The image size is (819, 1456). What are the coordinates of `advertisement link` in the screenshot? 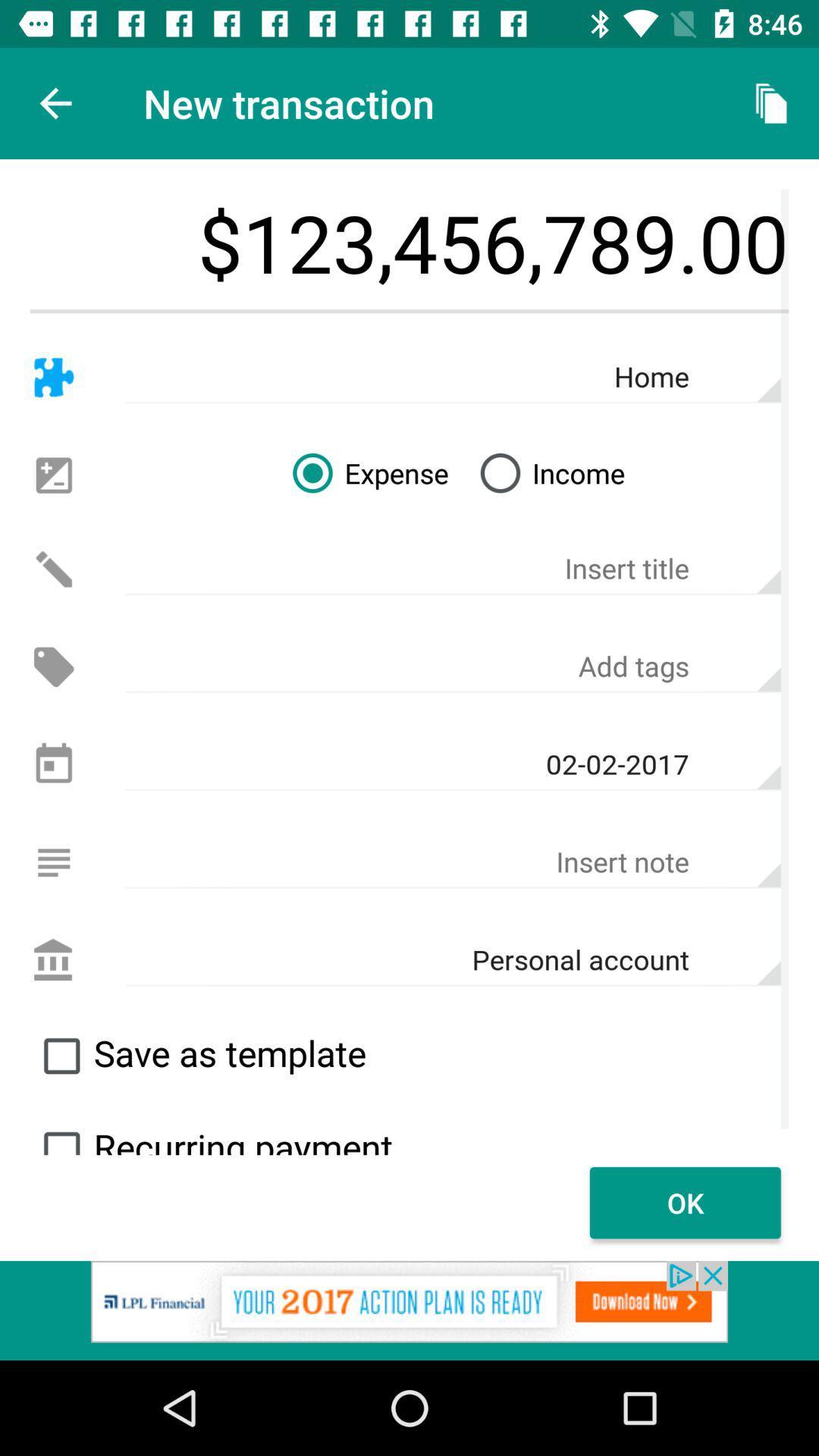 It's located at (409, 1310).